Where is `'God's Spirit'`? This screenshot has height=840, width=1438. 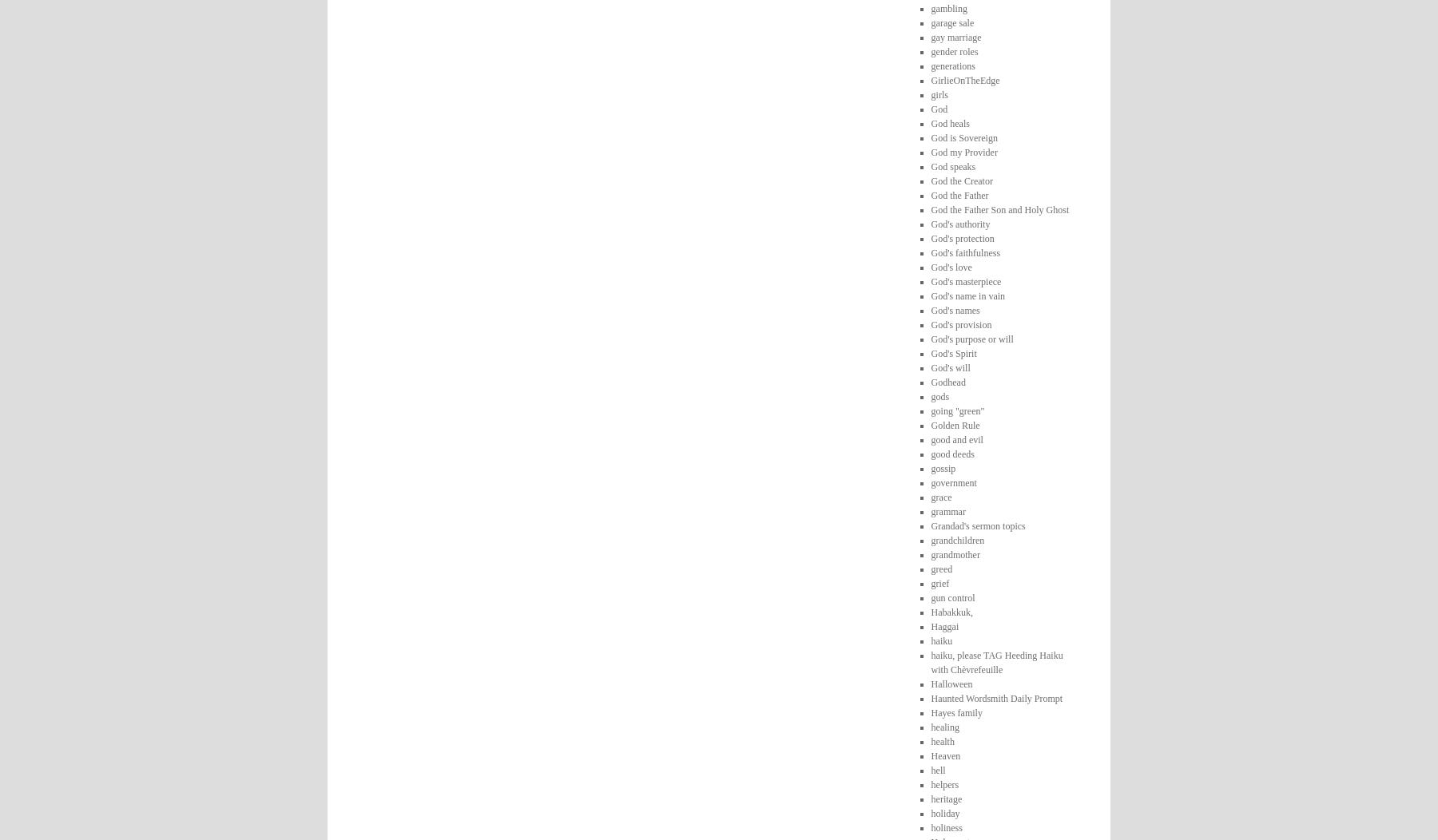 'God's Spirit' is located at coordinates (952, 353).